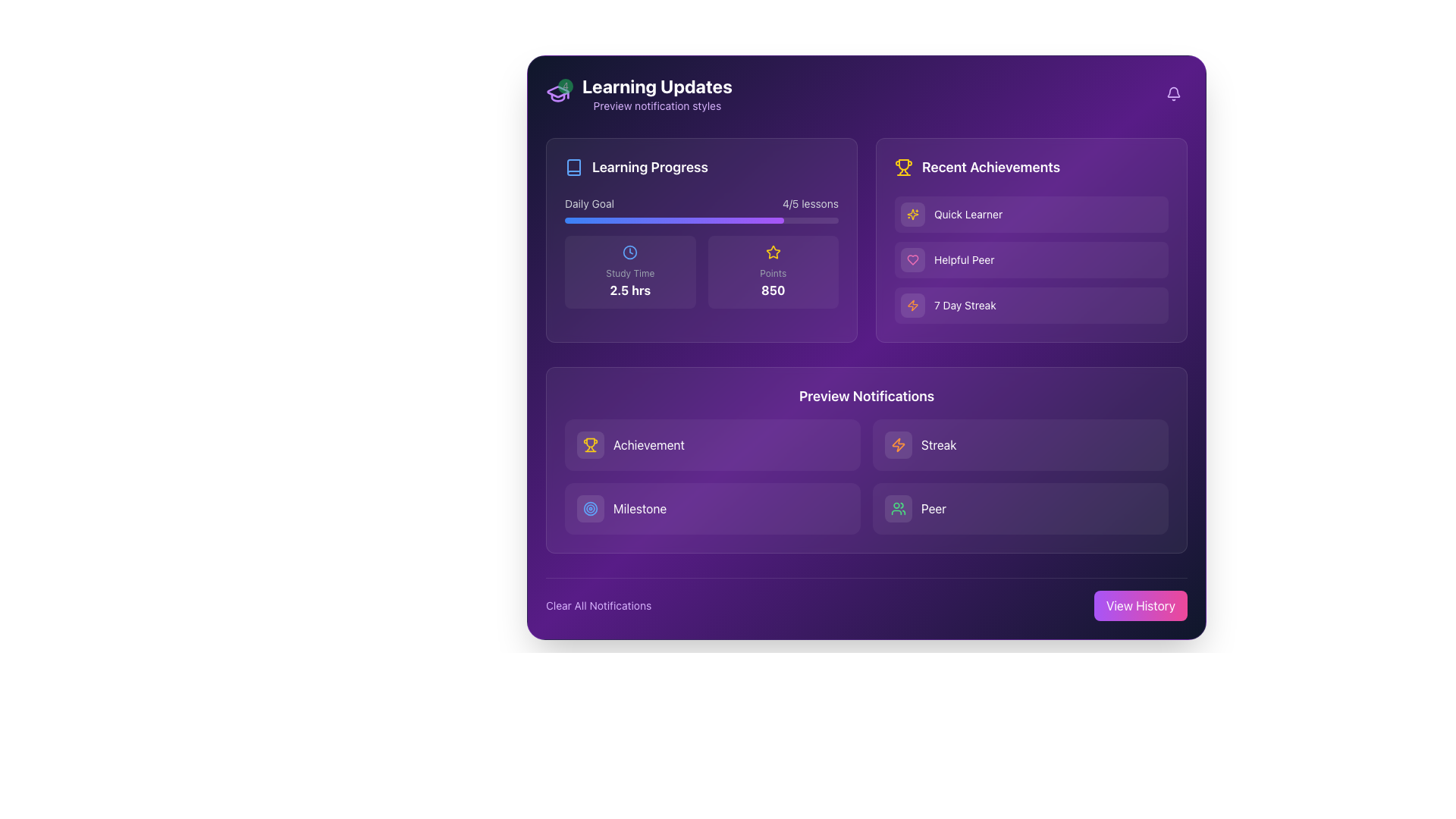 The width and height of the screenshot is (1456, 819). Describe the element at coordinates (573, 167) in the screenshot. I see `the blue book icon located to the left of the 'Learning Progress' heading in the 'Learning Updates' section` at that location.